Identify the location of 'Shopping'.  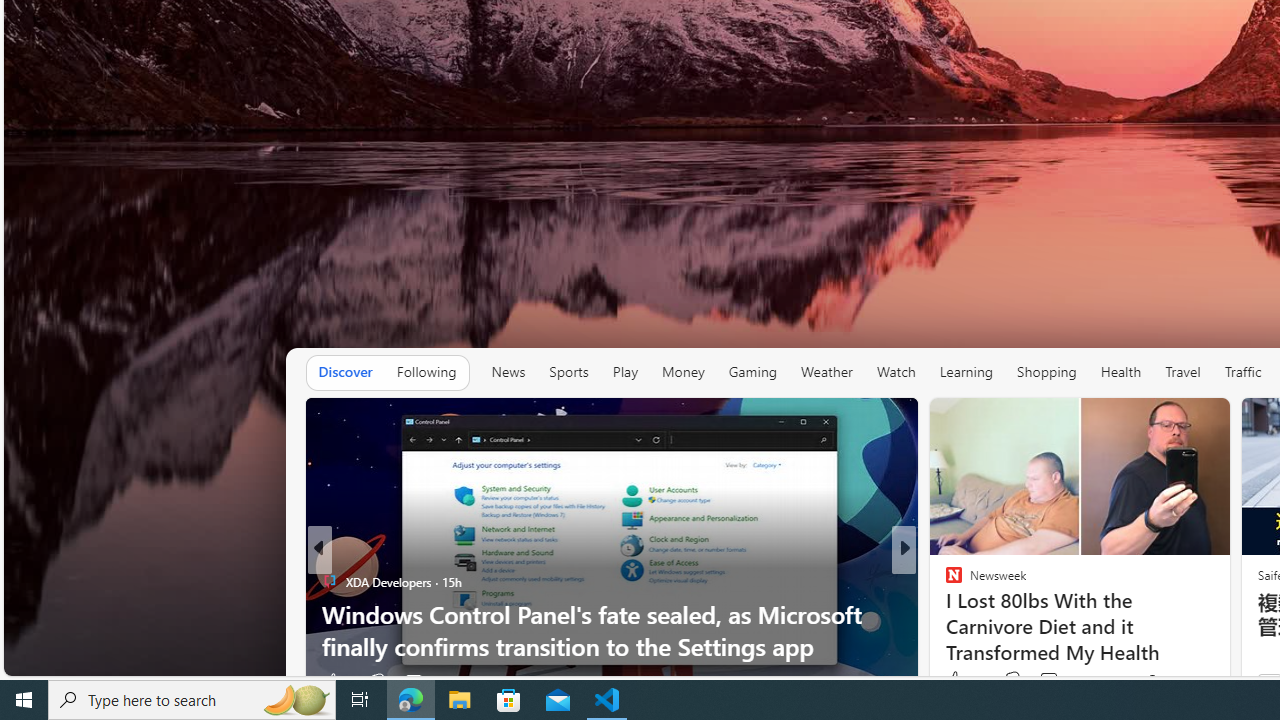
(1046, 371).